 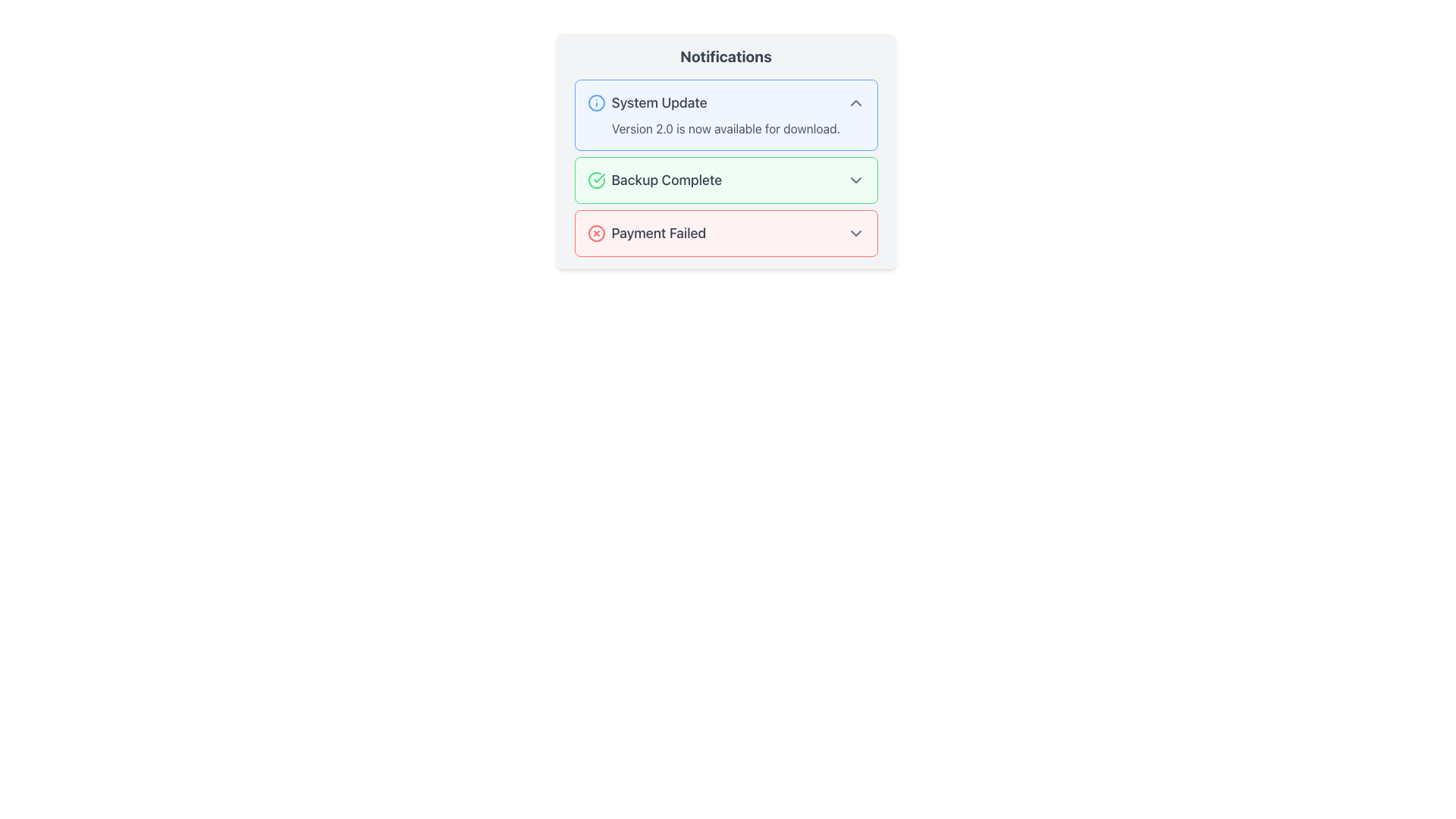 I want to click on the topmost Notification card in the notification panel that informs users about a system update, so click(x=725, y=114).